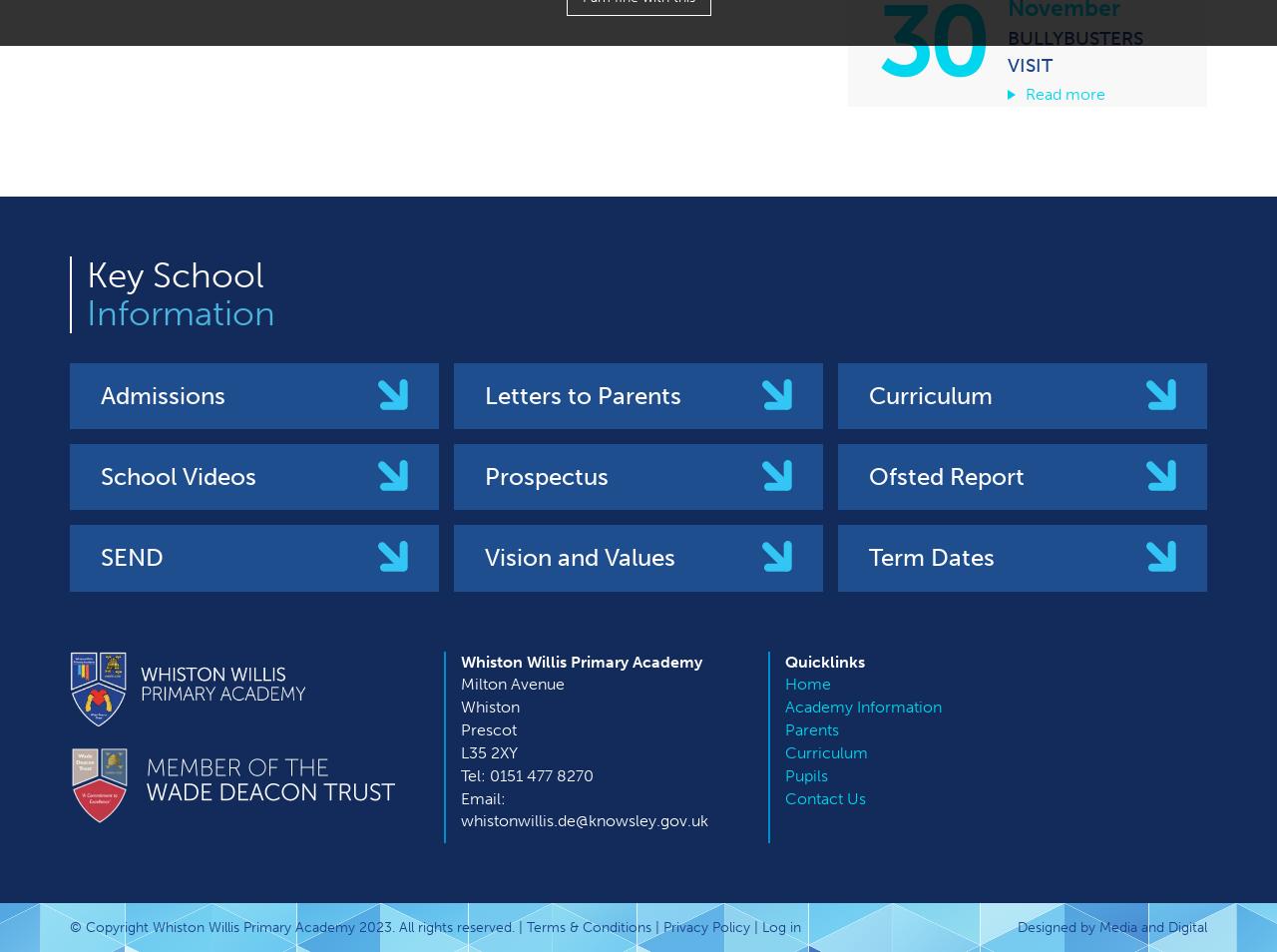 The height and width of the screenshot is (952, 1277). What do you see at coordinates (513, 683) in the screenshot?
I see `'Milton Avenue'` at bounding box center [513, 683].